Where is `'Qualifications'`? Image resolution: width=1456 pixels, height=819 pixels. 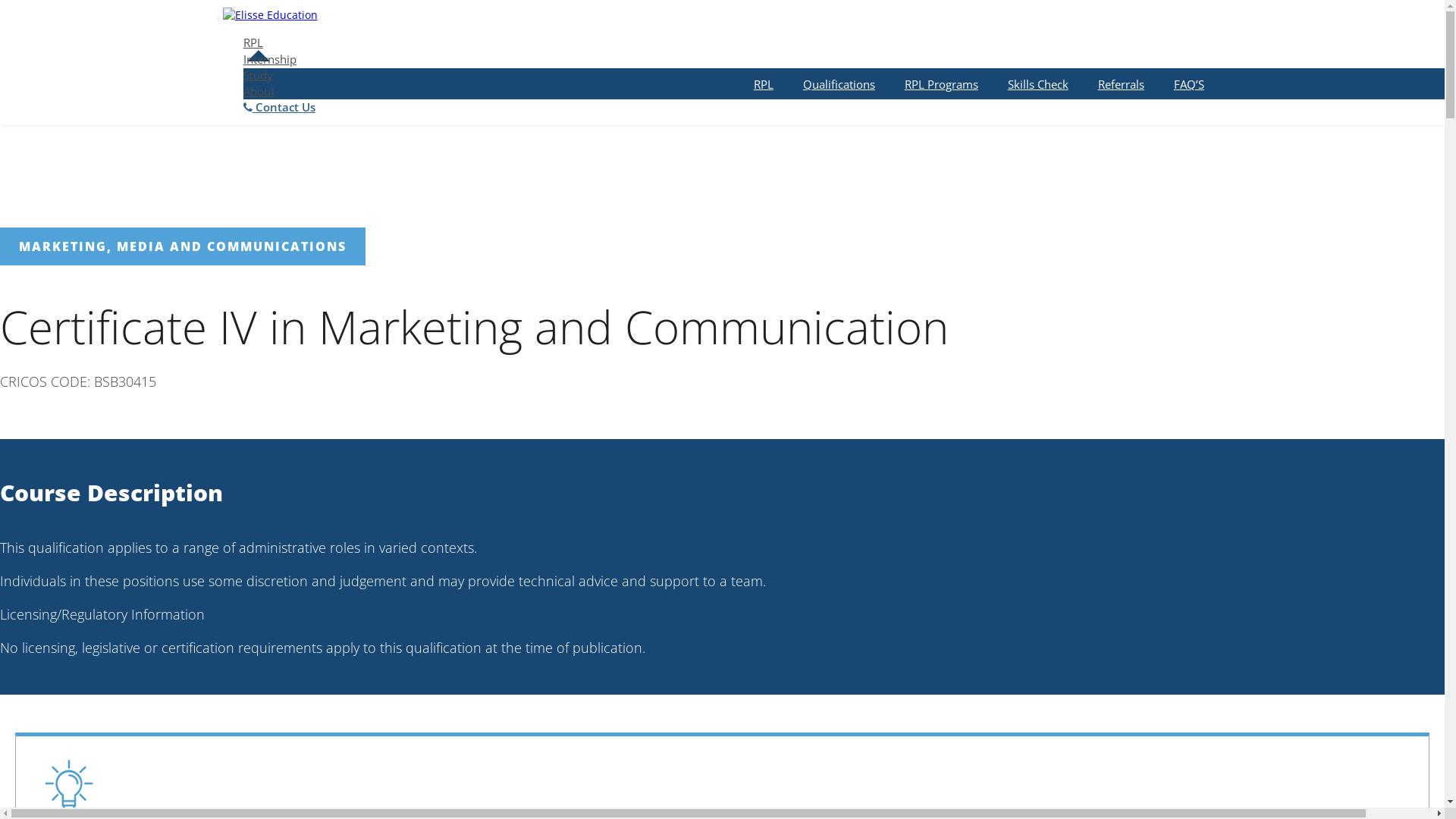 'Qualifications' is located at coordinates (838, 84).